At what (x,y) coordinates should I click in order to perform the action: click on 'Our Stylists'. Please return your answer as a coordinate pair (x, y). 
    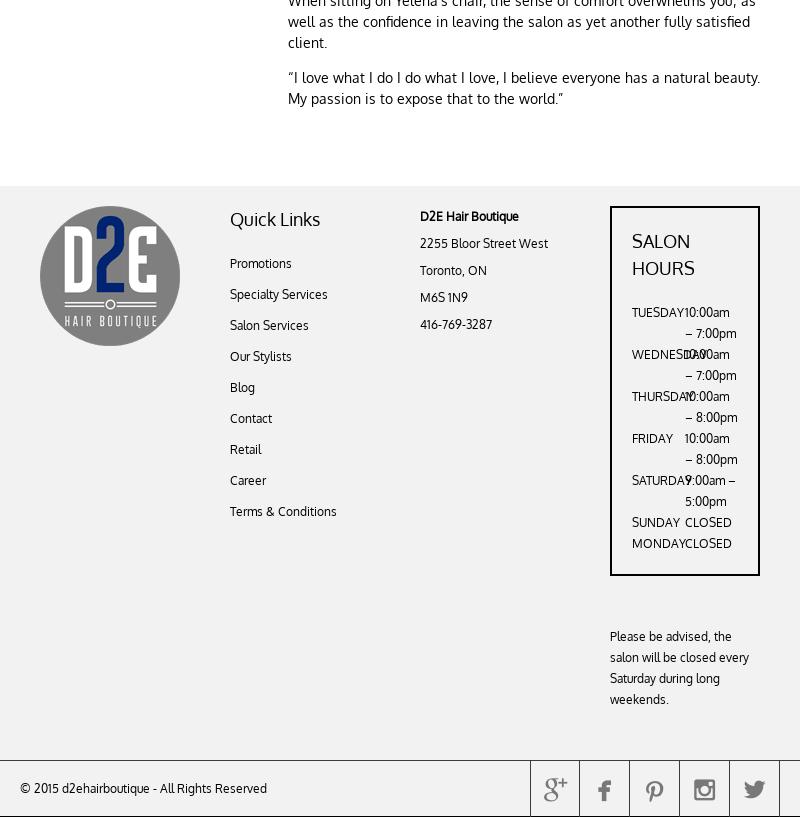
    Looking at the image, I should click on (259, 355).